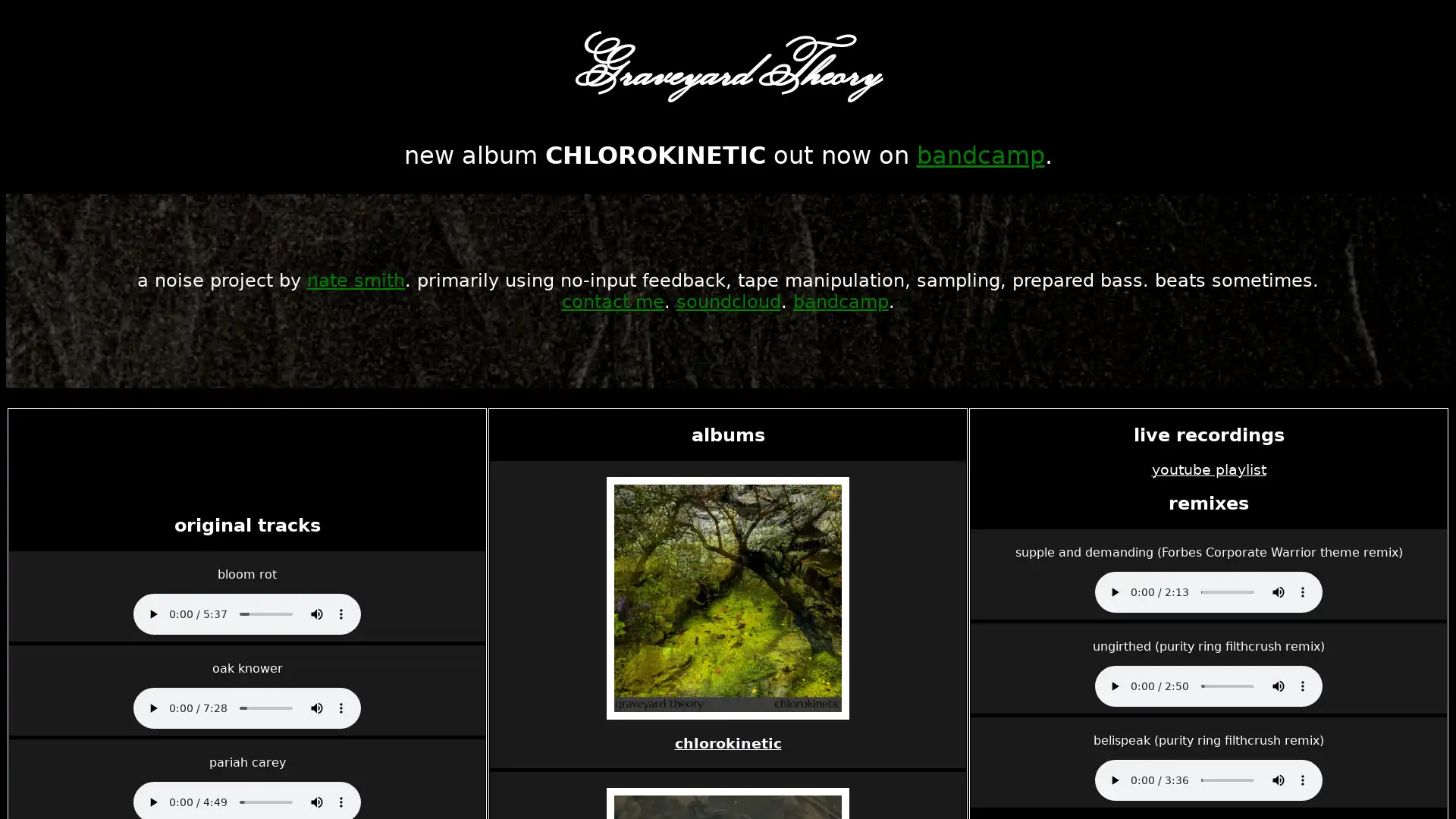 The width and height of the screenshot is (1456, 819). Describe the element at coordinates (1302, 686) in the screenshot. I see `show more media controls` at that location.